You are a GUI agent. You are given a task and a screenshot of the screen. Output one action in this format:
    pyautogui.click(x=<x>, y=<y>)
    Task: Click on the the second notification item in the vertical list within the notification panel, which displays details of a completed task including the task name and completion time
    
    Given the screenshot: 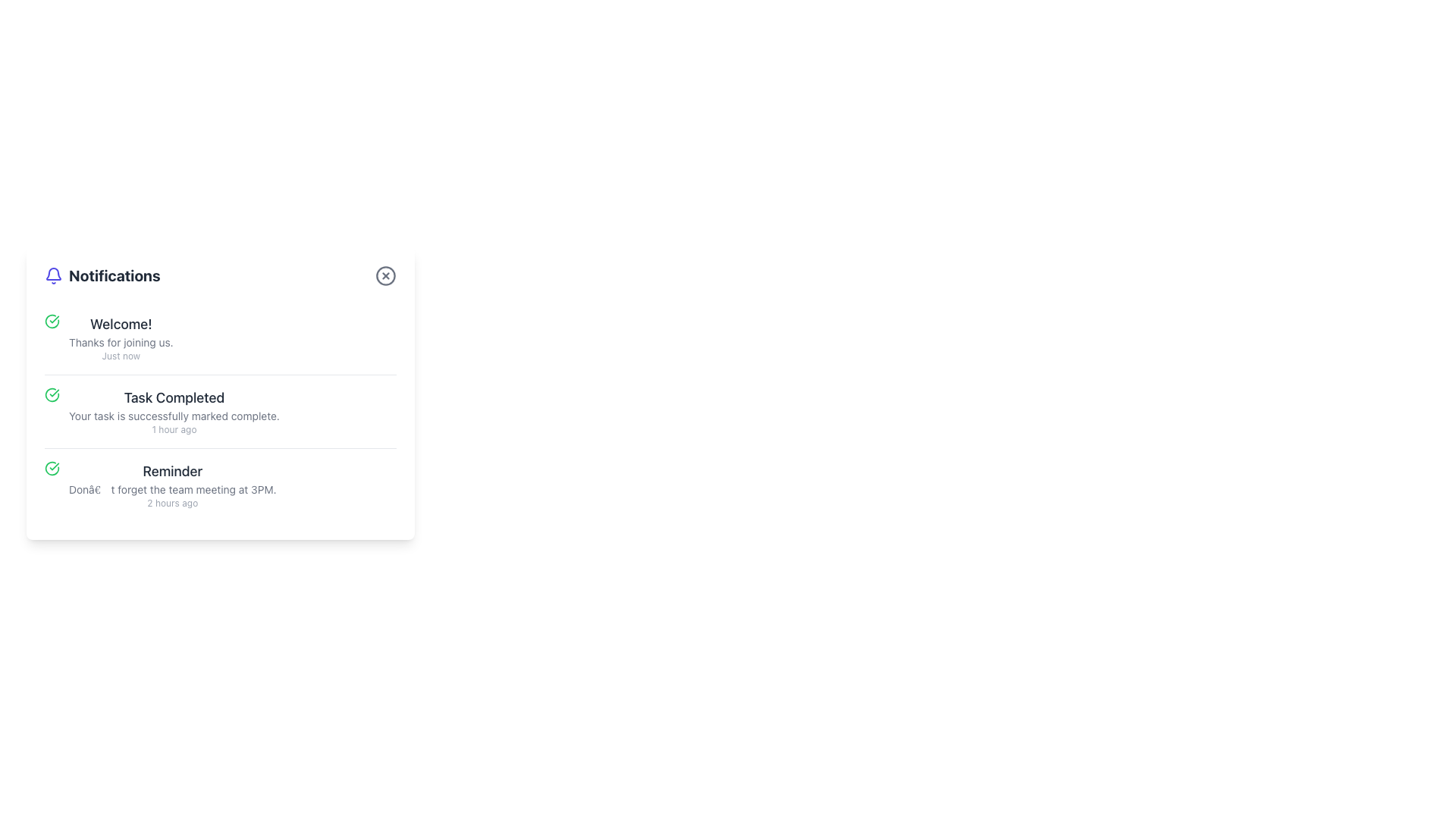 What is the action you would take?
    pyautogui.click(x=220, y=412)
    